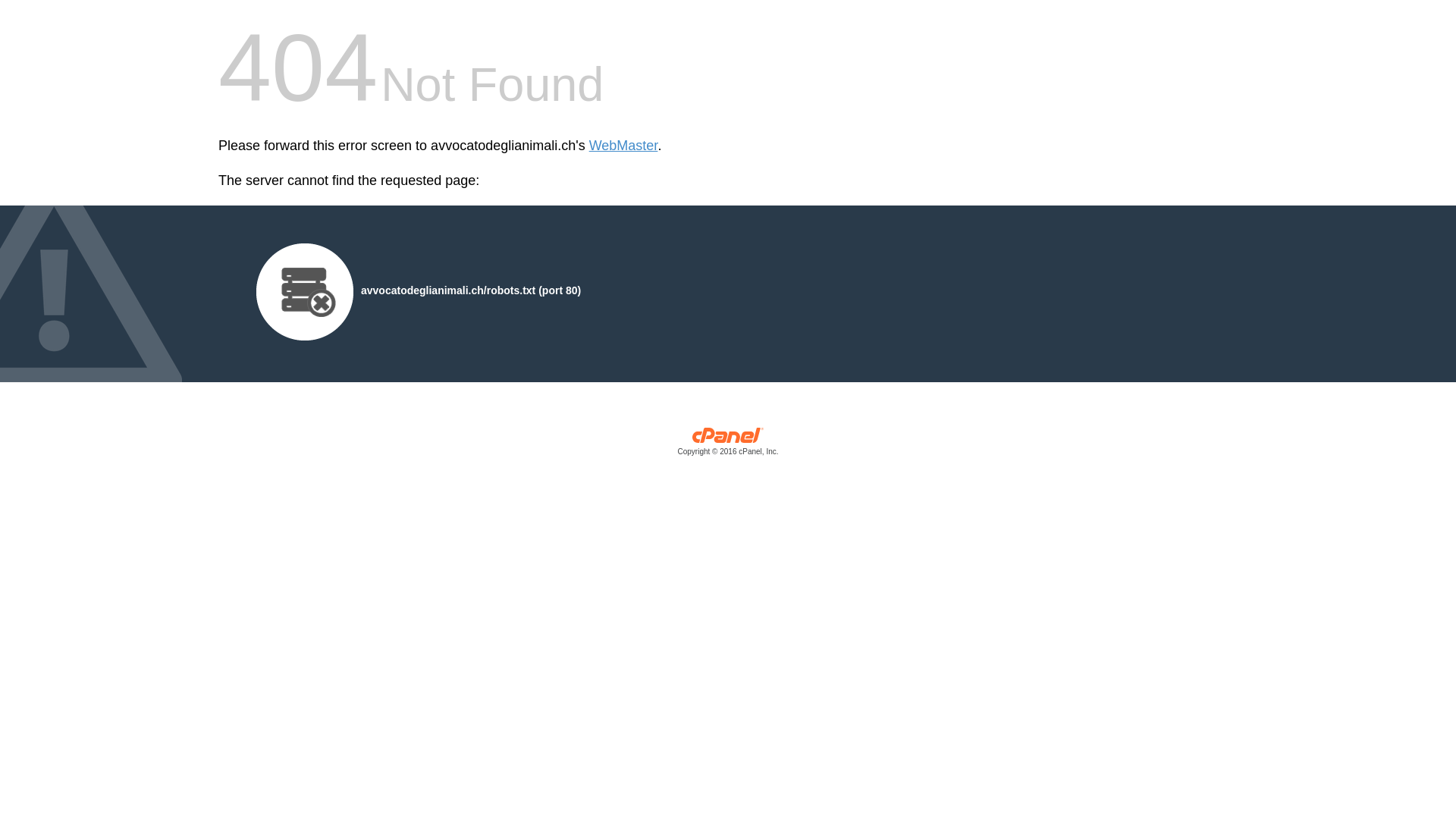 This screenshot has width=1456, height=819. I want to click on 'WebMaster', so click(623, 146).